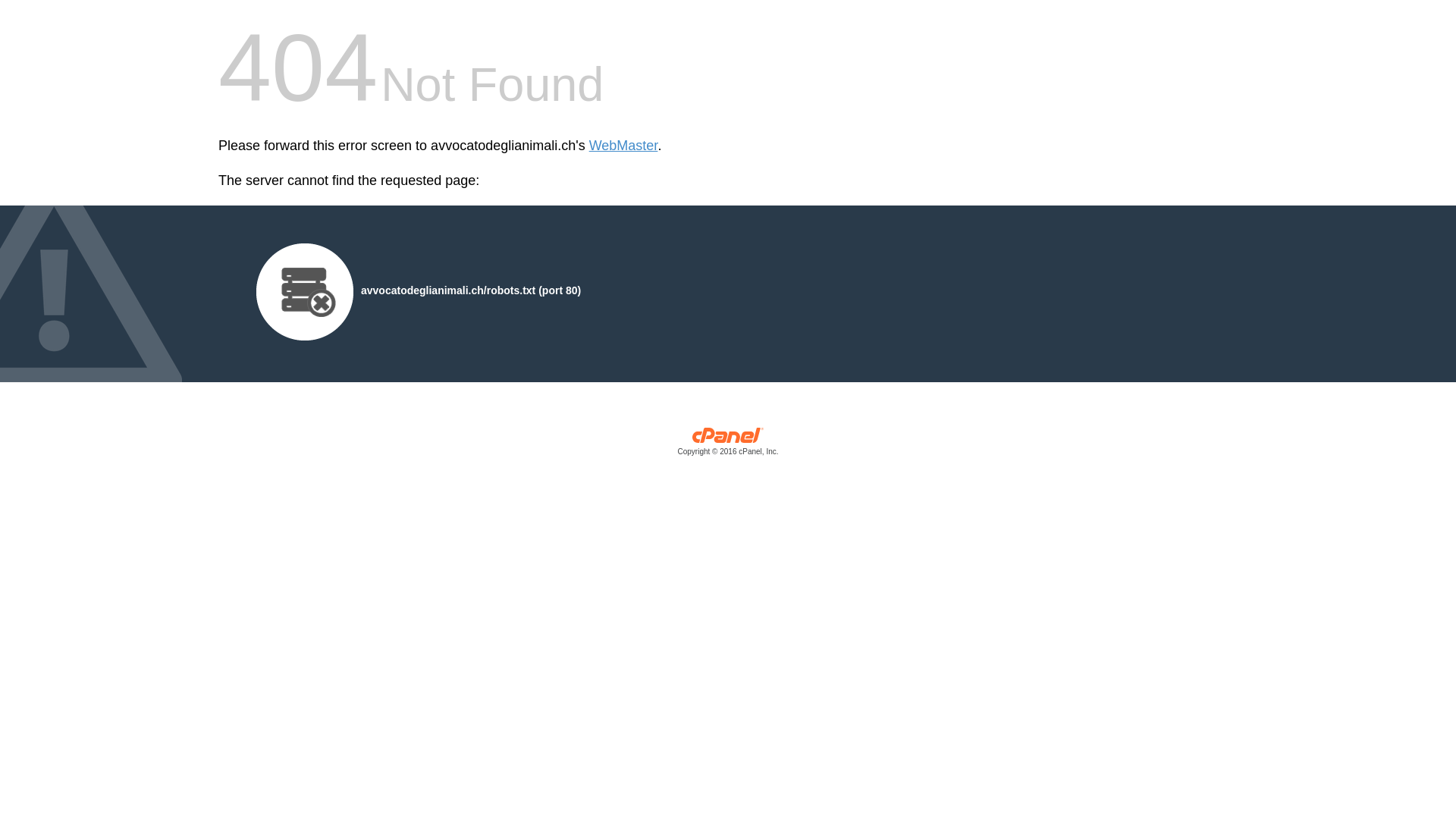 This screenshot has width=1456, height=819. I want to click on 'WebMaster', so click(623, 146).